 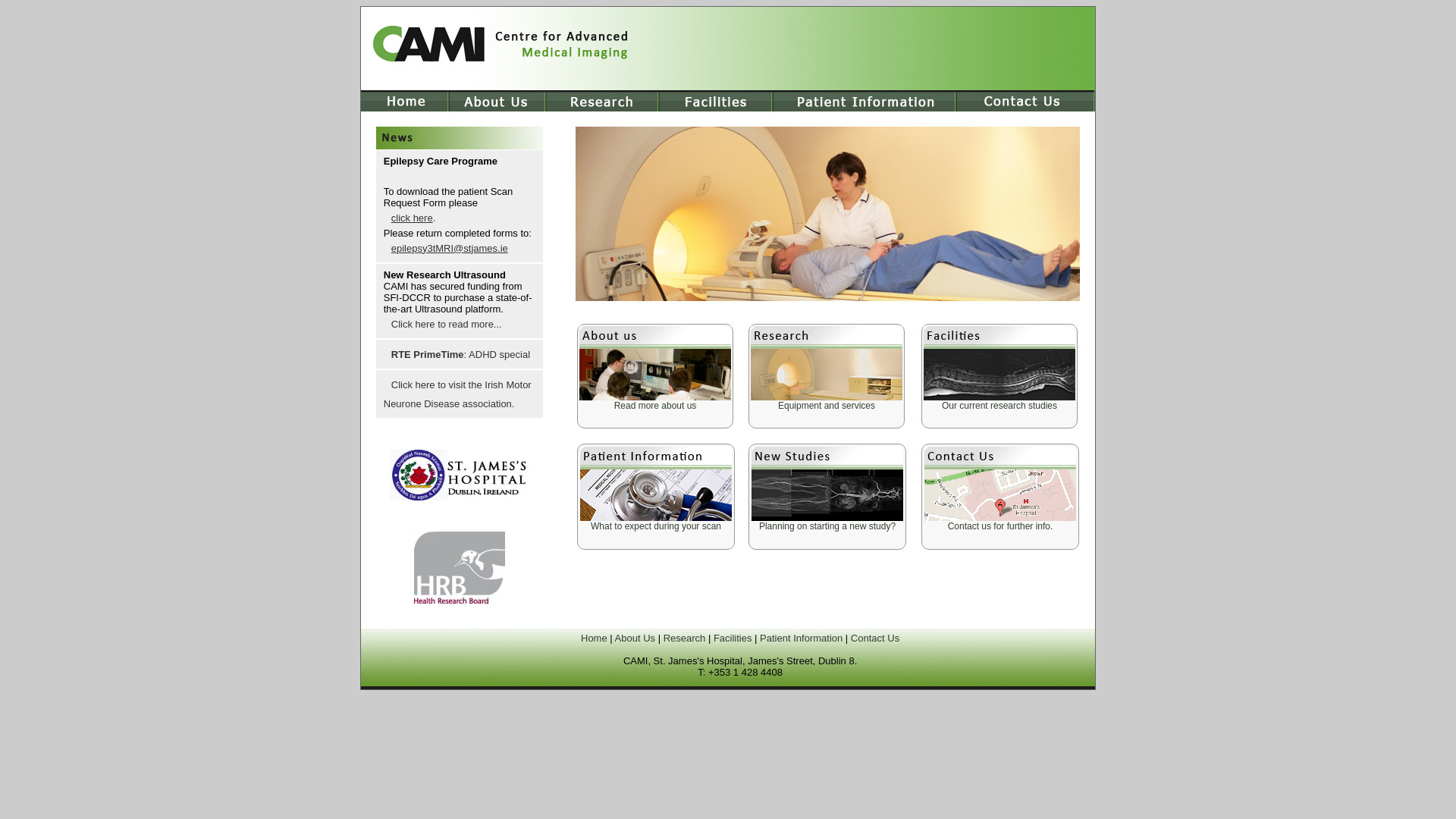 What do you see at coordinates (1000, 526) in the screenshot?
I see `'Contact us for further info.'` at bounding box center [1000, 526].